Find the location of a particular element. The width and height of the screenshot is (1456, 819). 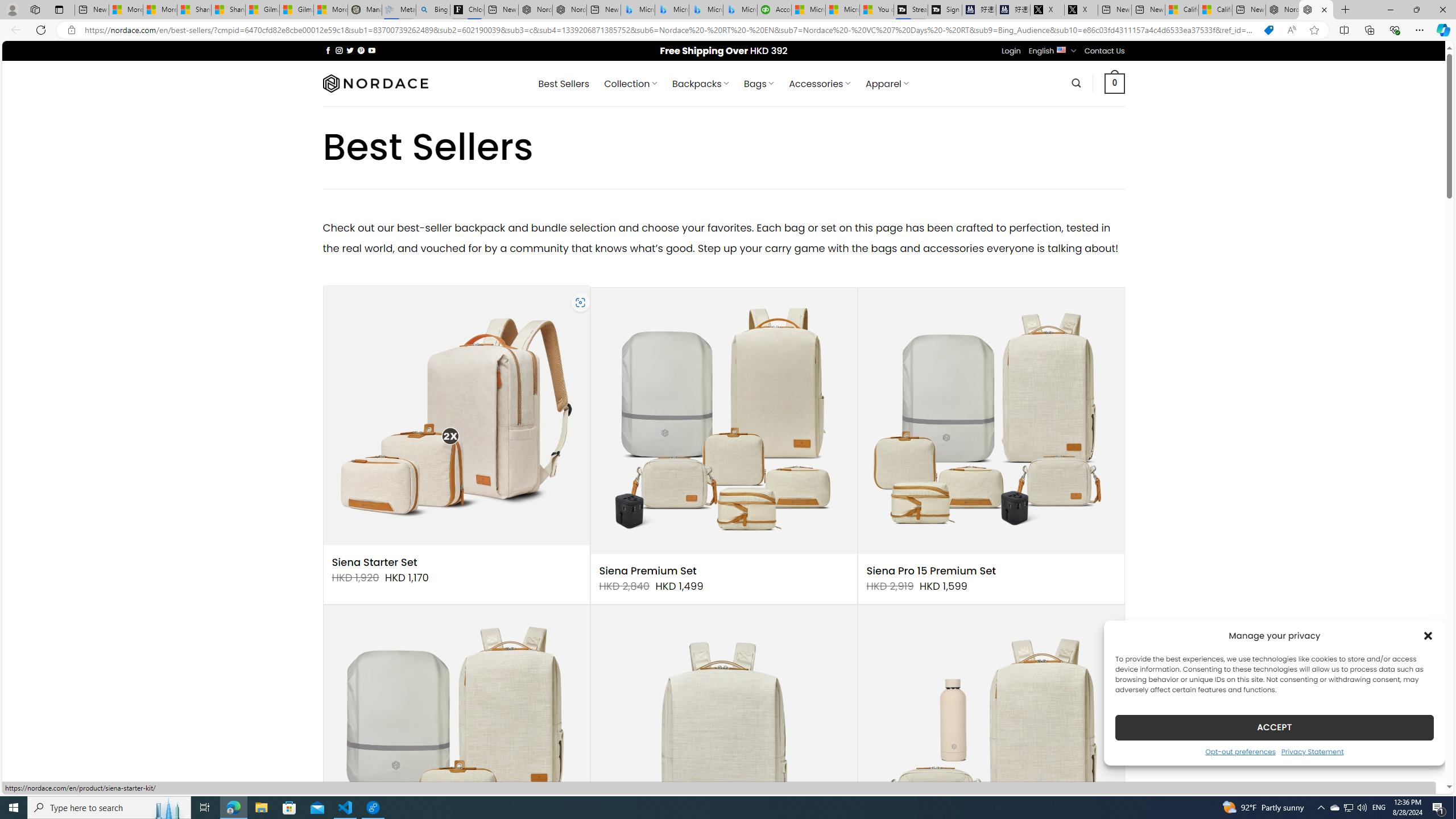

'Microsoft Bing Travel - Stays in Bangkok, Bangkok, Thailand' is located at coordinates (672, 9).